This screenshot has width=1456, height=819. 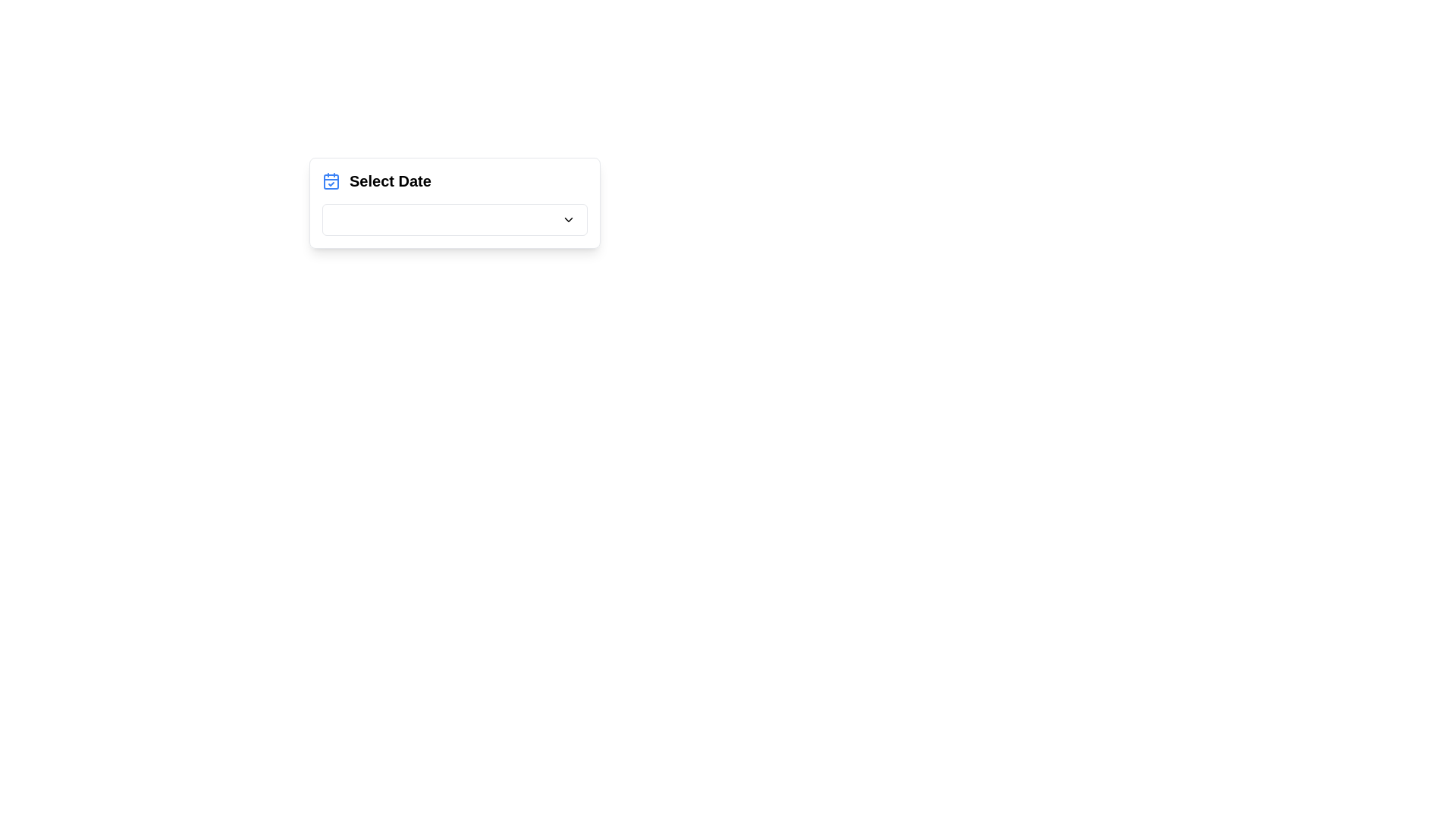 What do you see at coordinates (330, 180) in the screenshot?
I see `the blue calendar icon with a check mark, located to the left of the 'Select Date' label` at bounding box center [330, 180].